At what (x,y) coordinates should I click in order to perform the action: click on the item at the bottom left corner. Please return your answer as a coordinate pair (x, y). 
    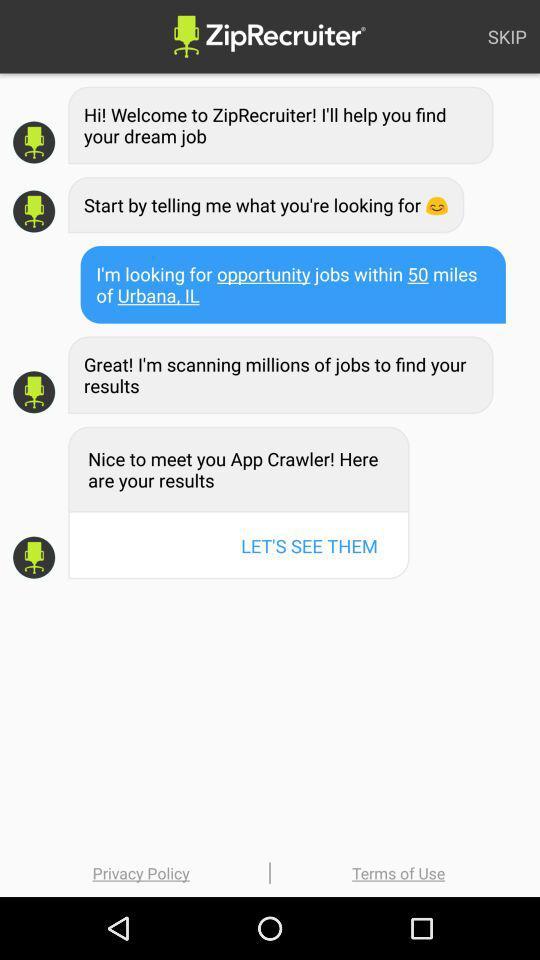
    Looking at the image, I should click on (140, 872).